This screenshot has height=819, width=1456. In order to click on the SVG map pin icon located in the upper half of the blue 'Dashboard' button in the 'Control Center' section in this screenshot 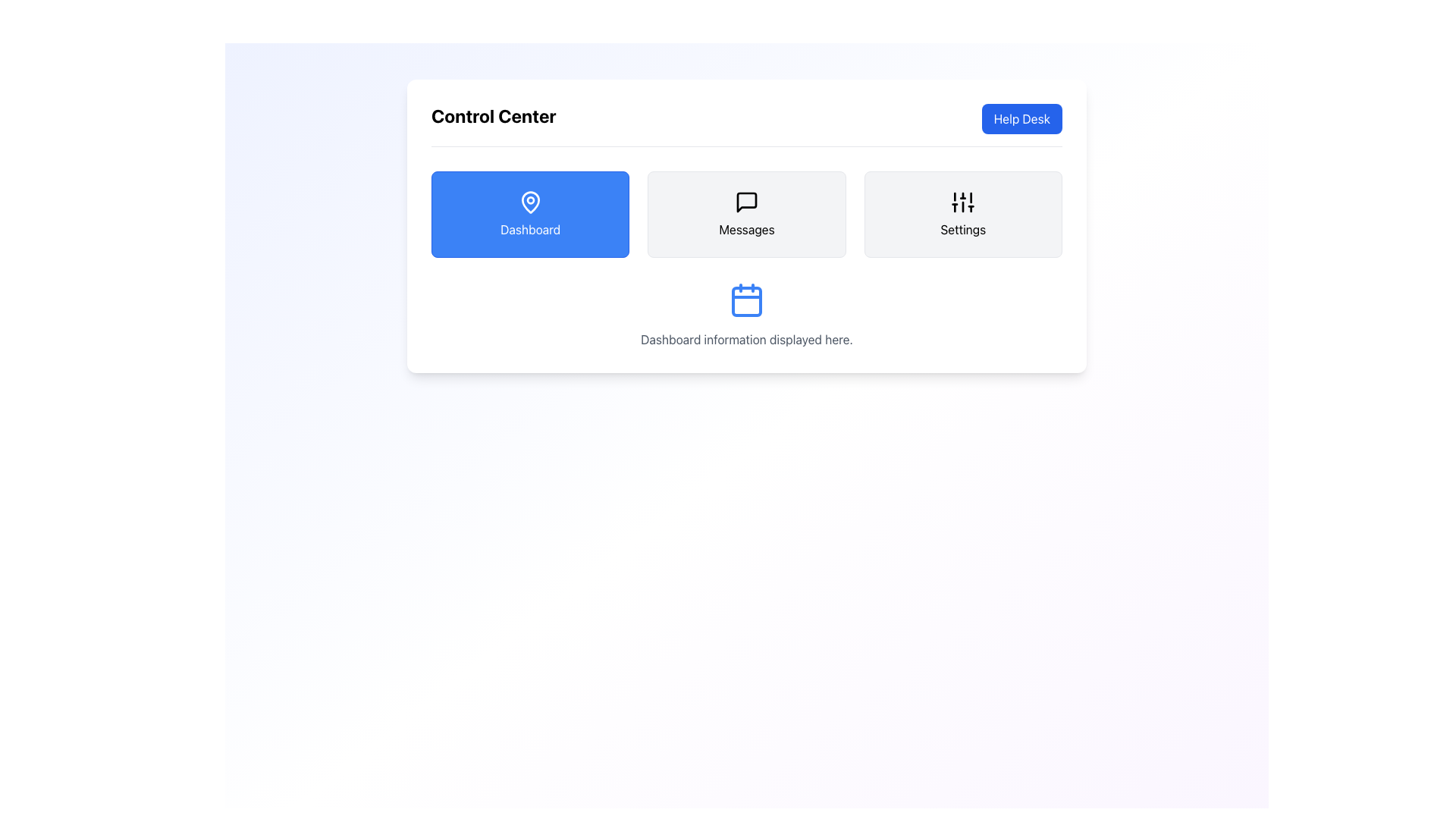, I will do `click(530, 201)`.